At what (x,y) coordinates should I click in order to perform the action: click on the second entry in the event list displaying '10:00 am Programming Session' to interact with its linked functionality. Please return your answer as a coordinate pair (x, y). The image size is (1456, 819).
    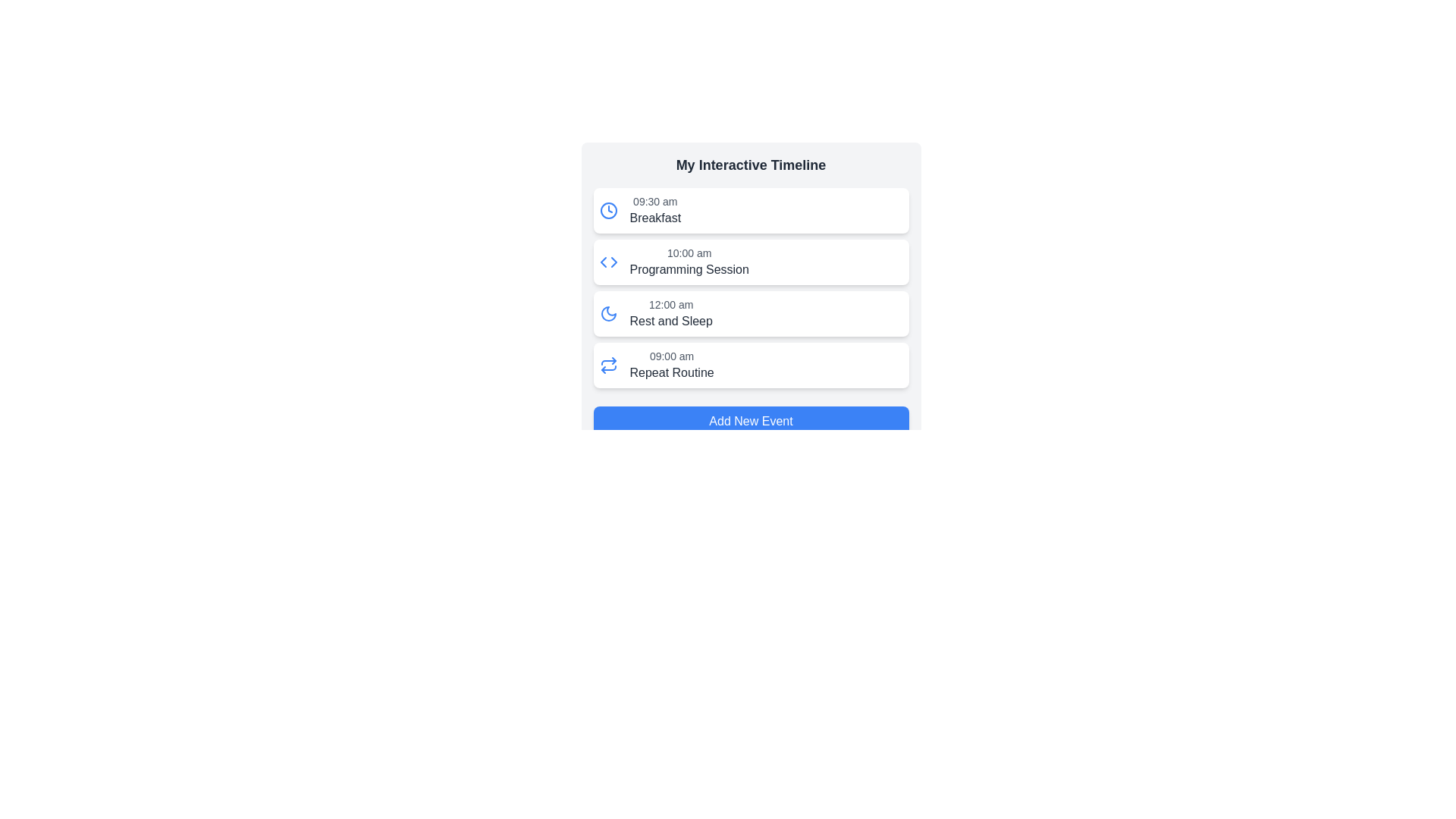
    Looking at the image, I should click on (751, 262).